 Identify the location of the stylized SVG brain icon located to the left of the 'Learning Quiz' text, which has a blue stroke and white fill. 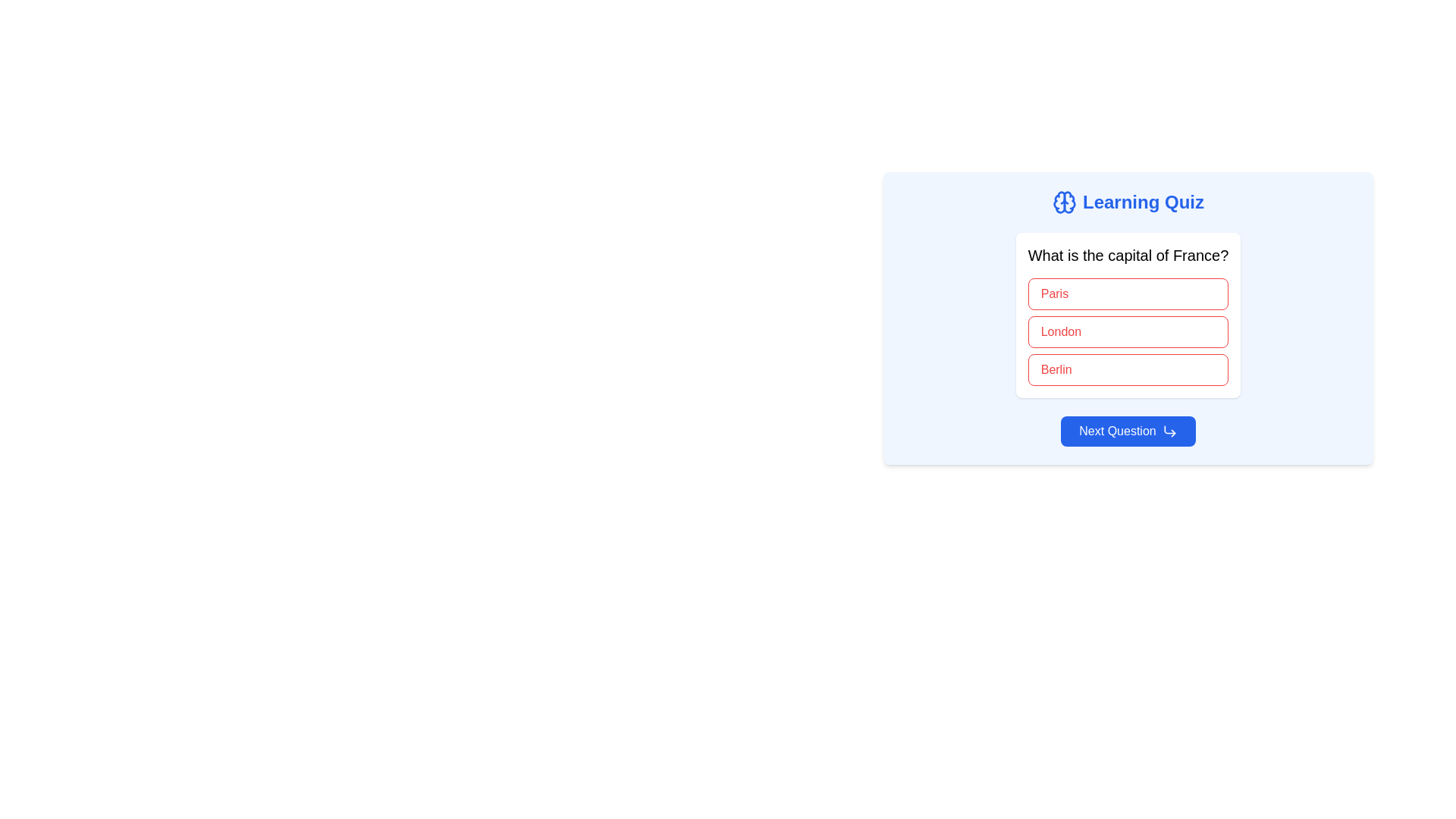
(1063, 201).